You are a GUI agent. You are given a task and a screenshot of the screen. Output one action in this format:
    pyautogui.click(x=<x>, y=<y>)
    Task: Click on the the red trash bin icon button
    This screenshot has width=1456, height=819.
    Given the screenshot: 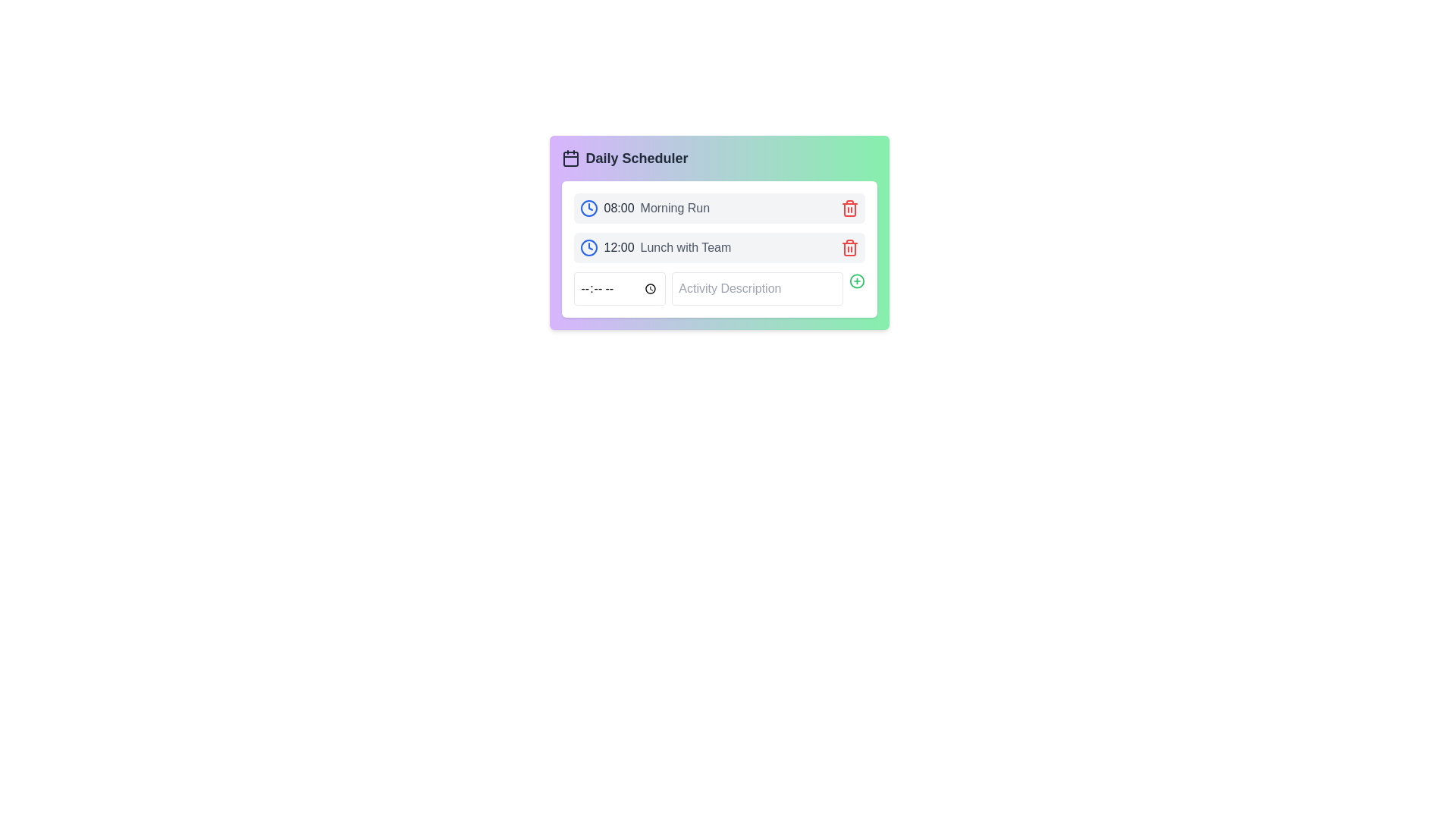 What is the action you would take?
    pyautogui.click(x=849, y=210)
    